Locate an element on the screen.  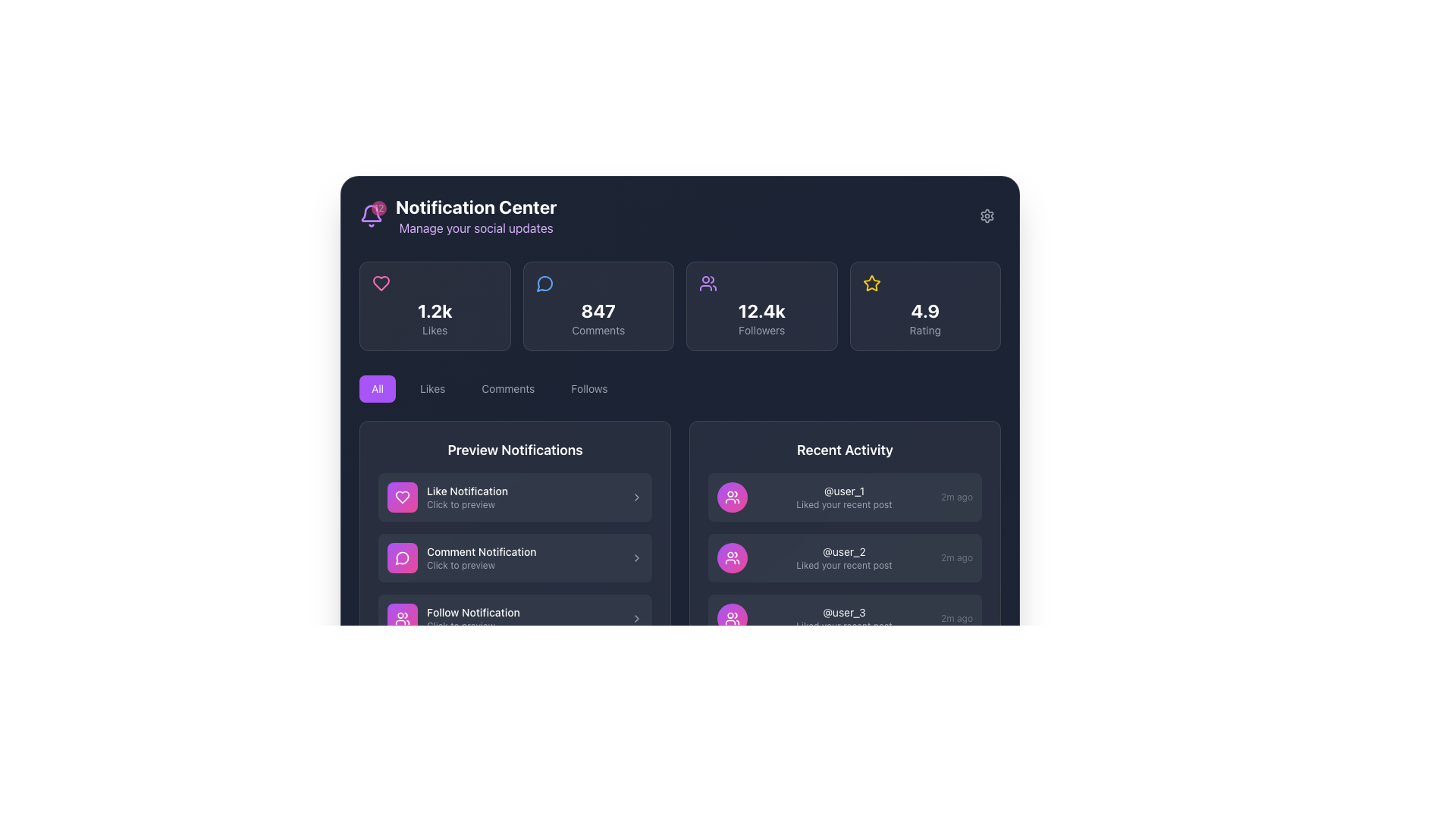
the Notification Badge, which is a small circular badge with a pink background and white text indicating '12', located on the top-right corner of a notification bell icon is located at coordinates (378, 208).